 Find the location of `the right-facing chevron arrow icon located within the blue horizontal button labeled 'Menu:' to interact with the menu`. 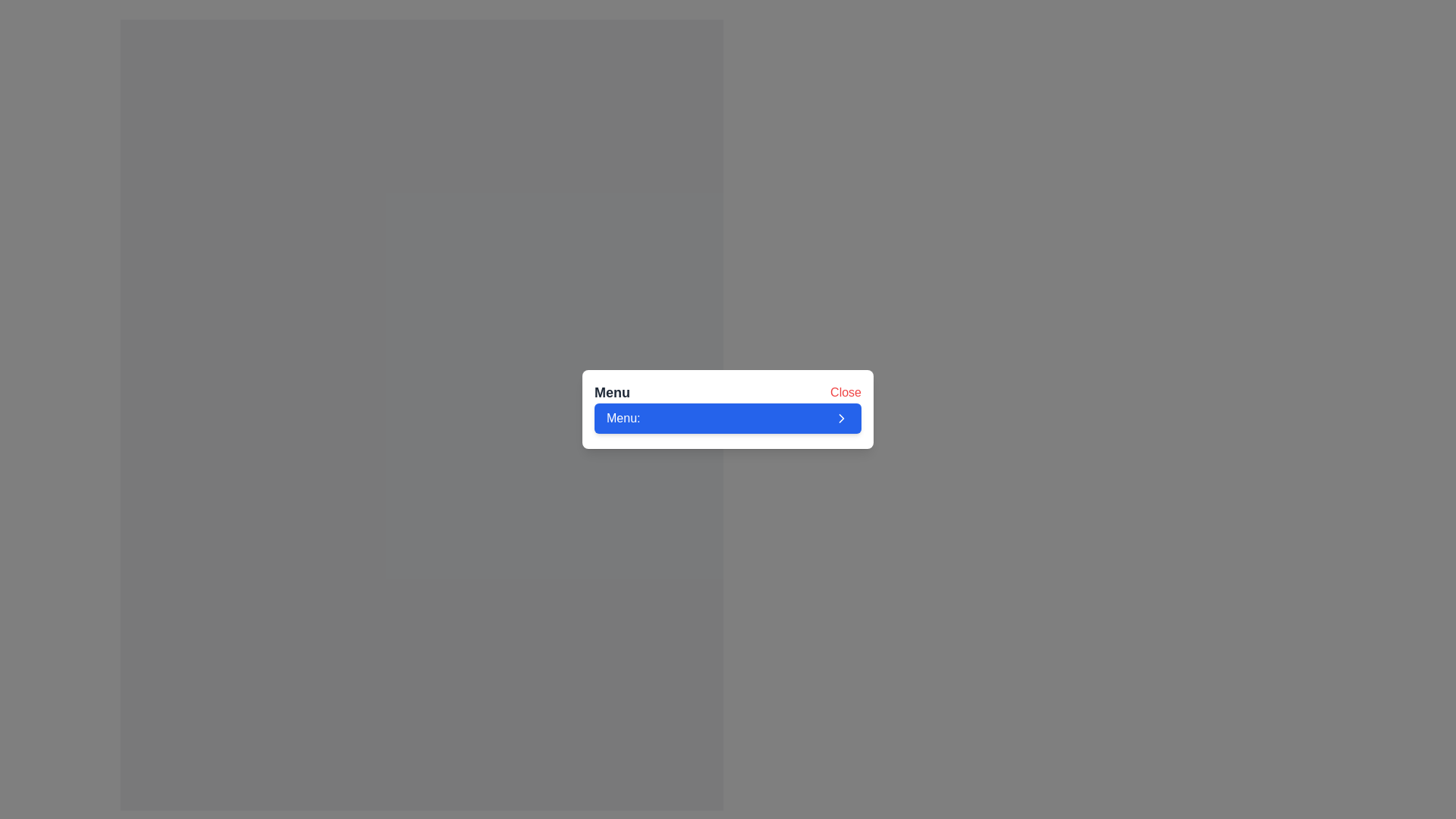

the right-facing chevron arrow icon located within the blue horizontal button labeled 'Menu:' to interact with the menu is located at coordinates (840, 418).